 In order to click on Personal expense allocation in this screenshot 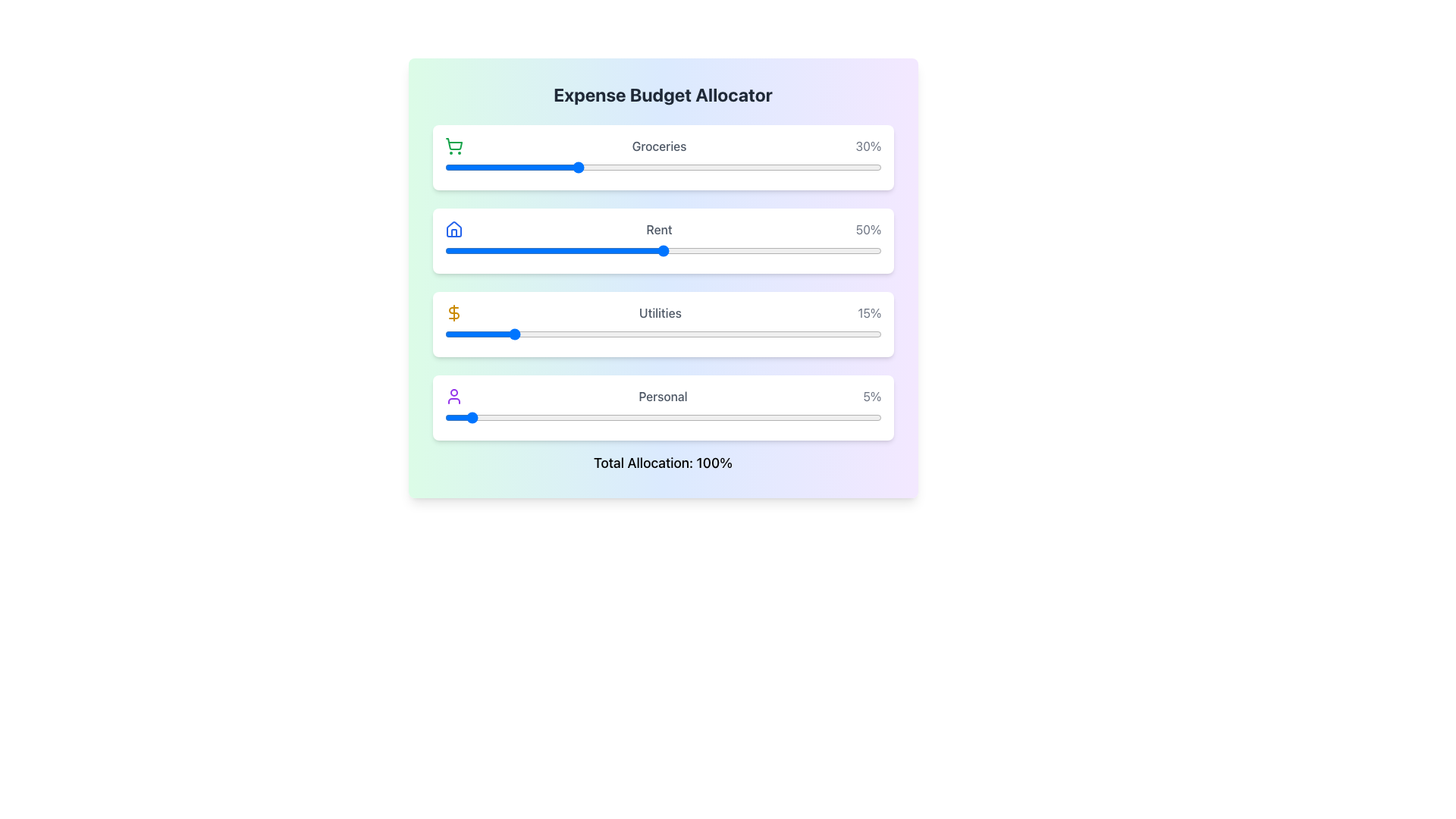, I will do `click(697, 418)`.